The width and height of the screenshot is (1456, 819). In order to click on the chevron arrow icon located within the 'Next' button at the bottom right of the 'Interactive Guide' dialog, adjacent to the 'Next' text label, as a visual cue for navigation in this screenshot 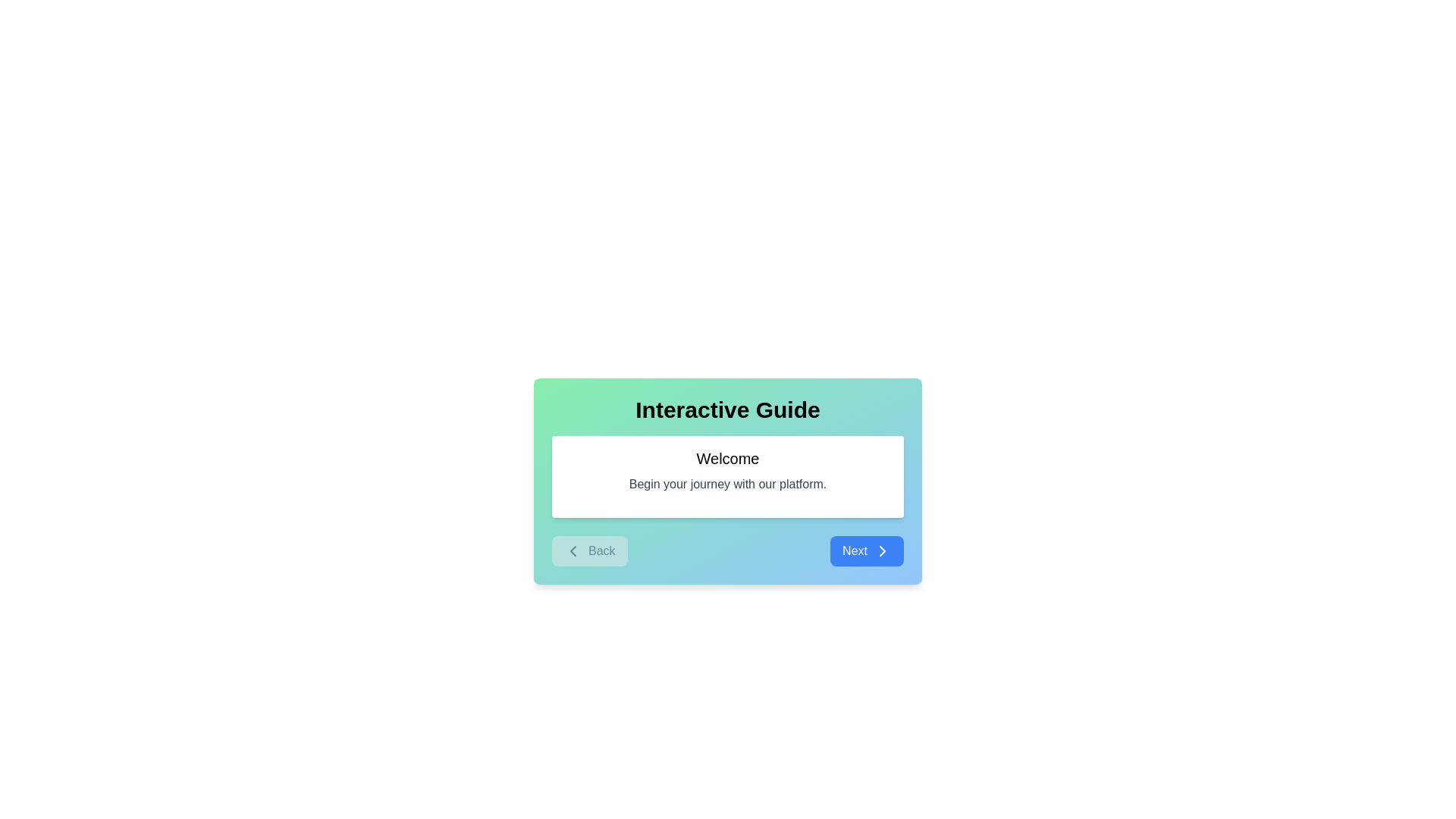, I will do `click(882, 551)`.